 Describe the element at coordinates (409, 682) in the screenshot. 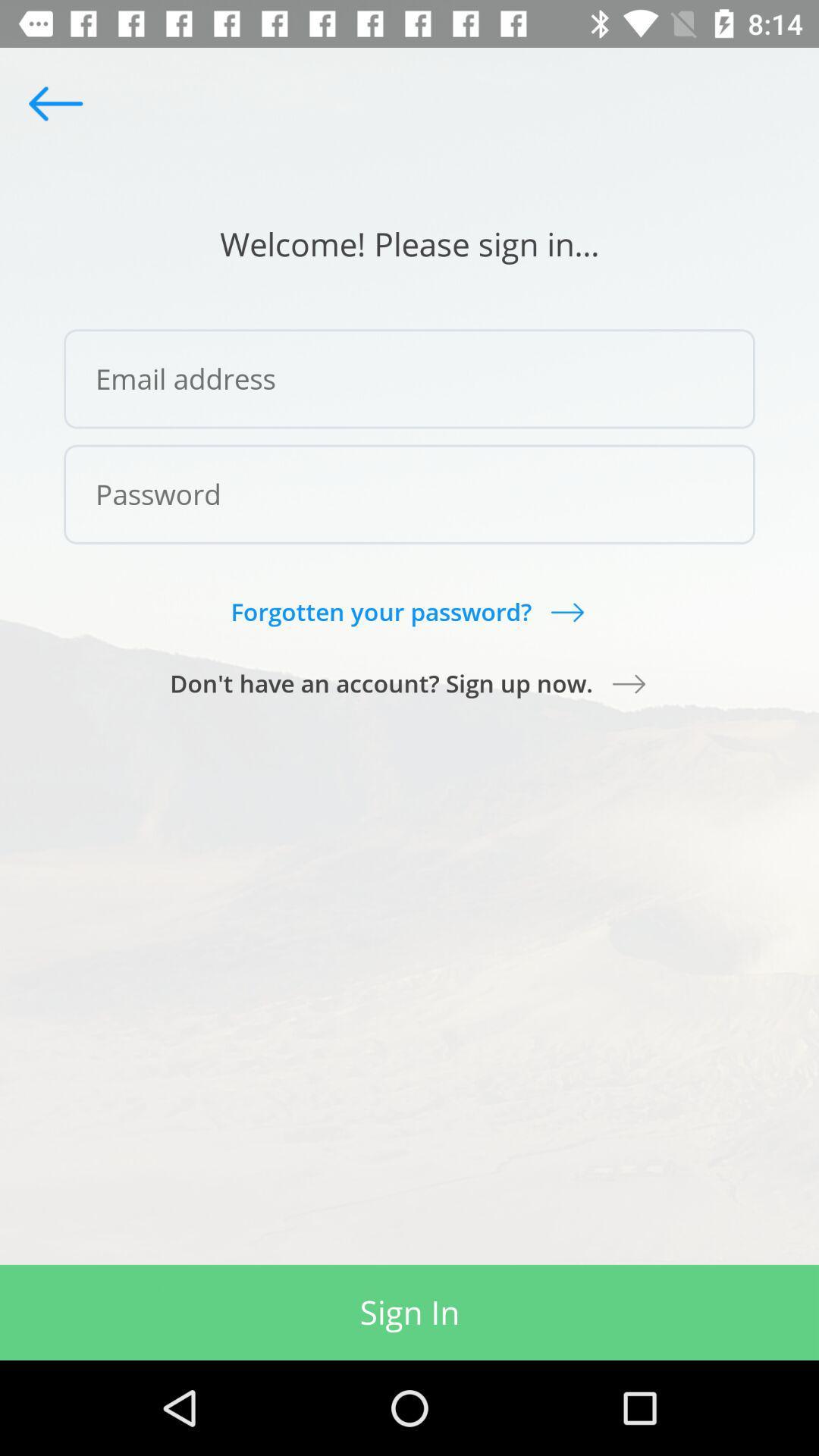

I see `the item above the sign in item` at that location.